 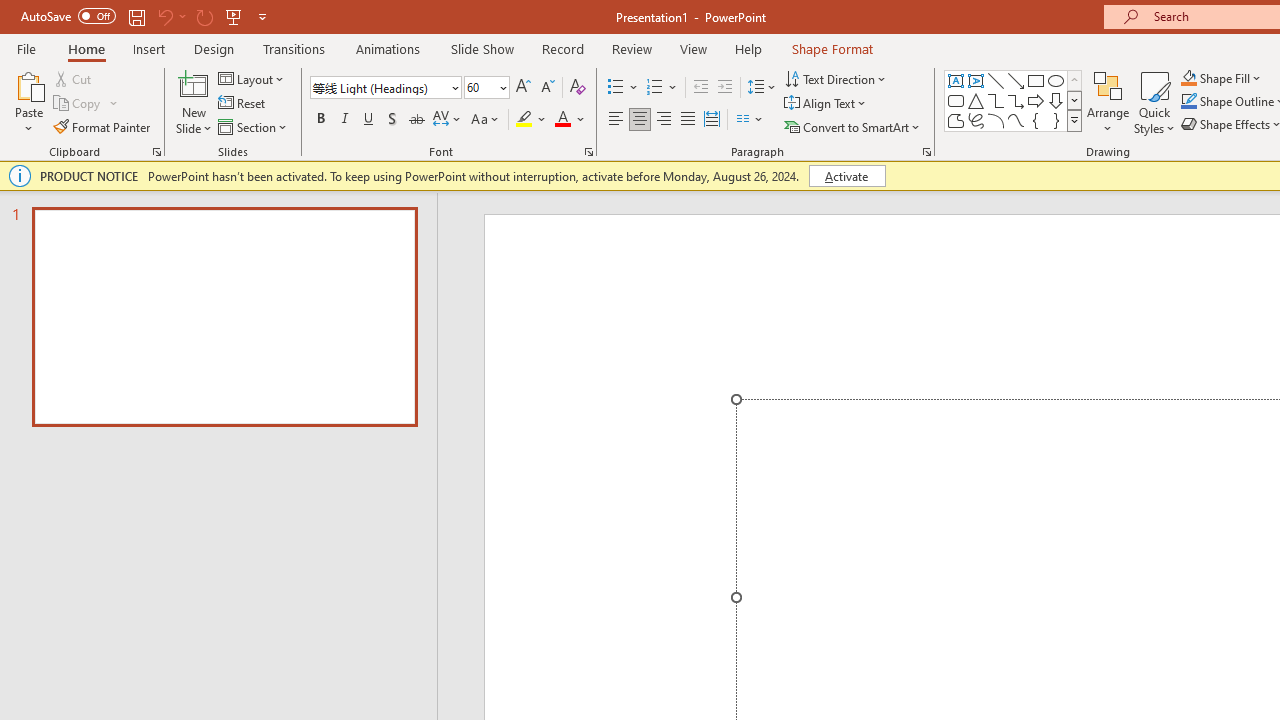 I want to click on 'Bold', so click(x=320, y=119).